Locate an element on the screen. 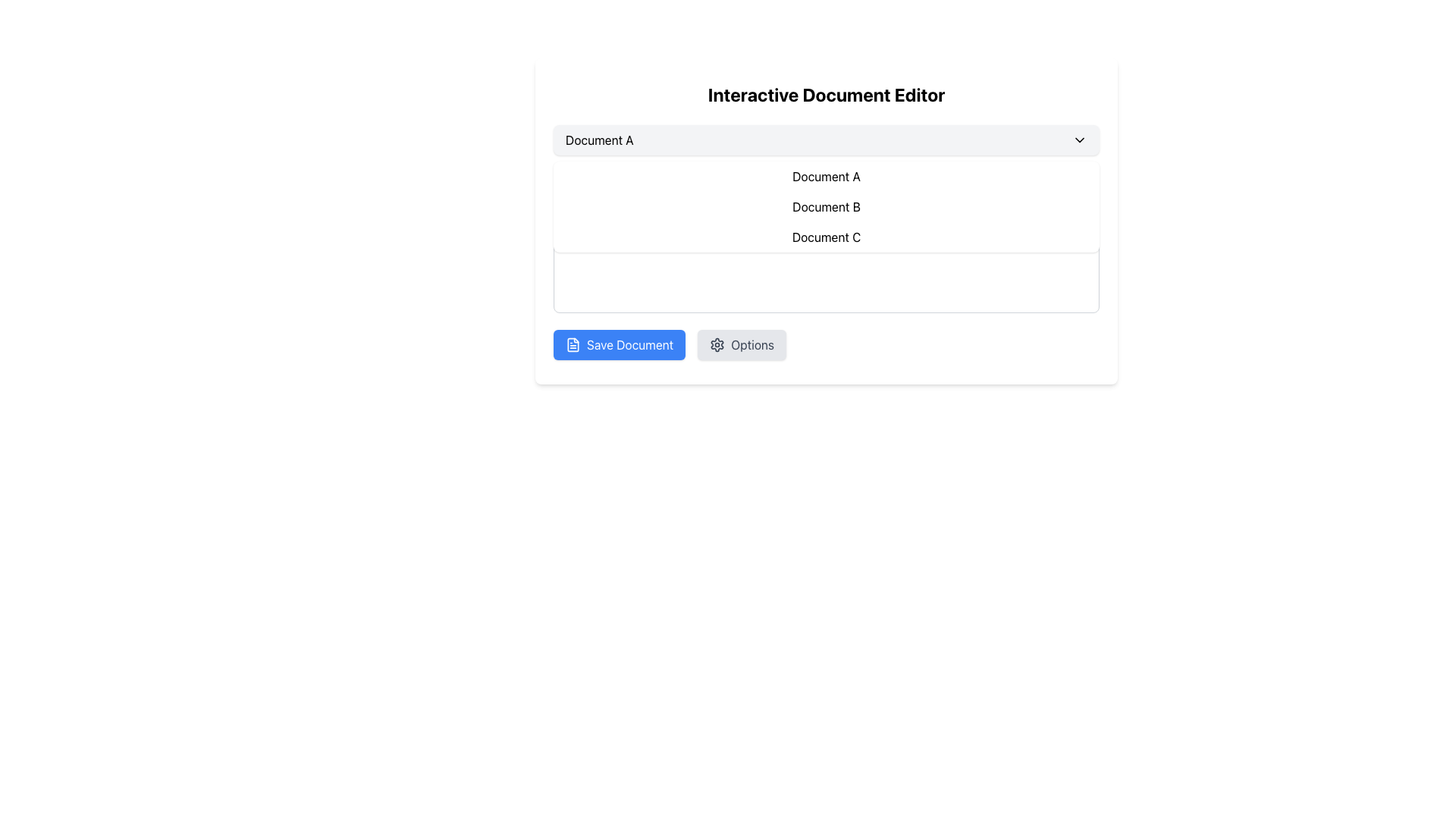 The height and width of the screenshot is (819, 1456). the selectable list item labeled 'Document B' in the dropdown menu is located at coordinates (825, 221).